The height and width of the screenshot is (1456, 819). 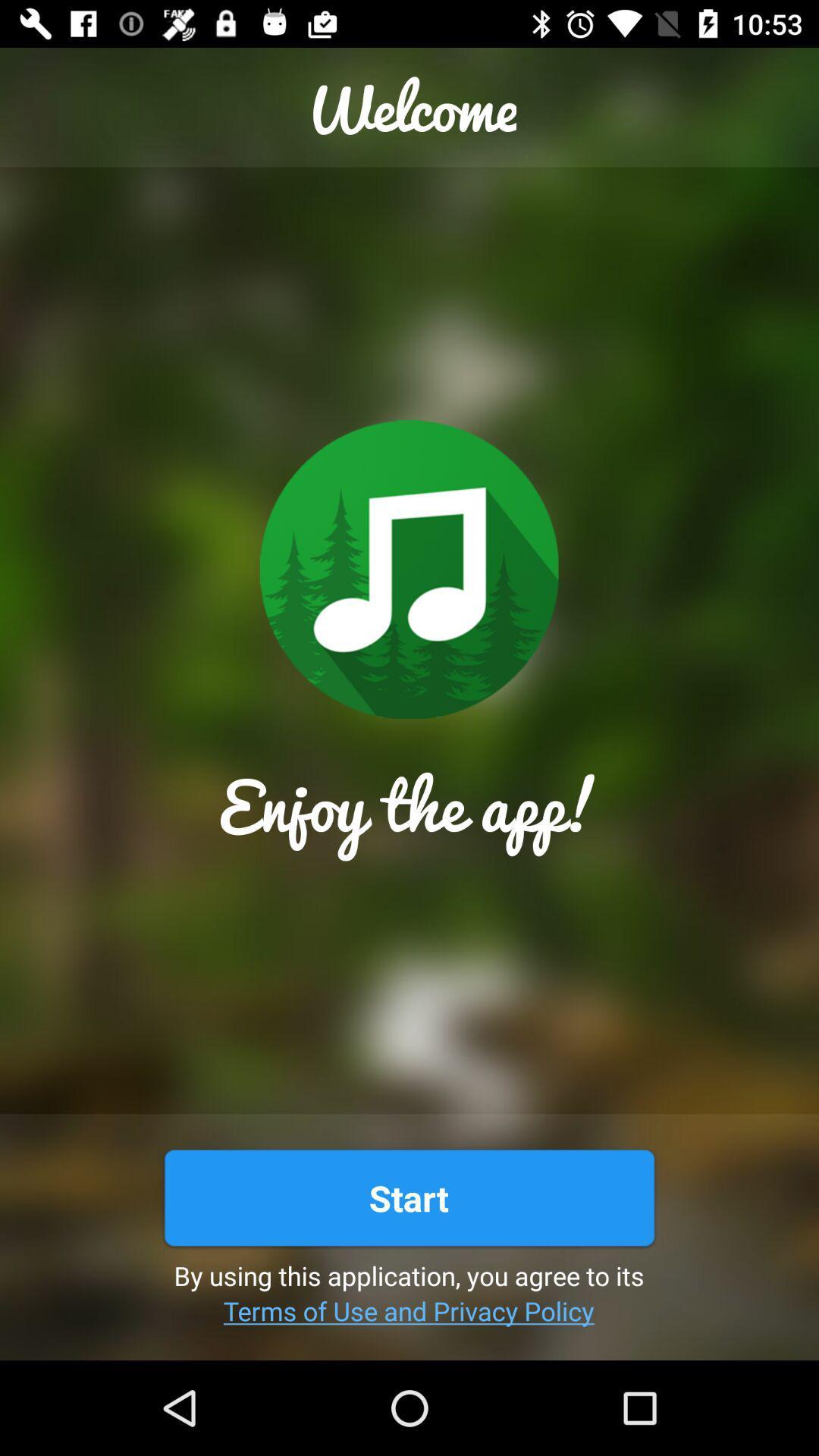 What do you see at coordinates (408, 1197) in the screenshot?
I see `the start` at bounding box center [408, 1197].